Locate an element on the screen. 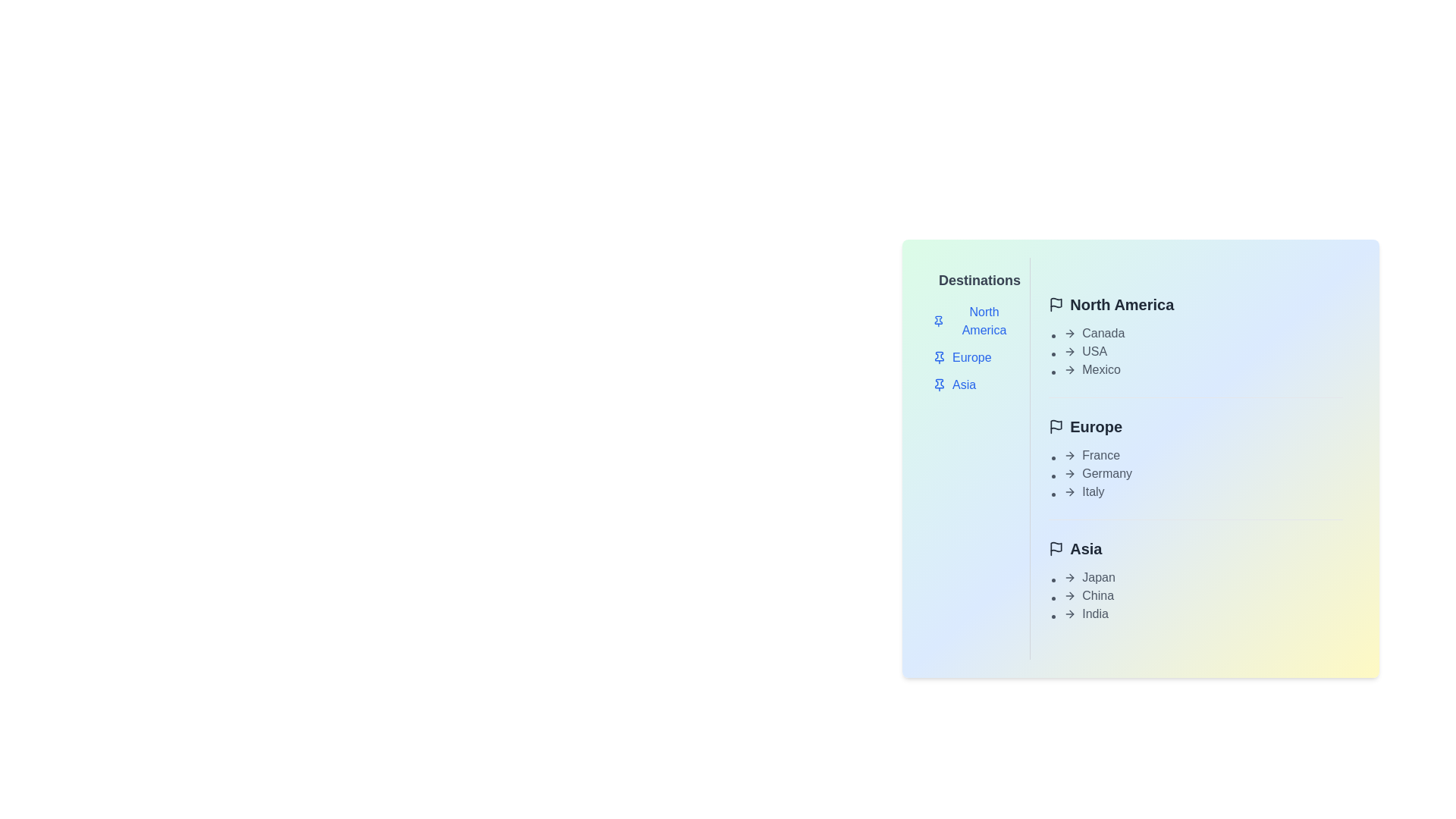 This screenshot has height=819, width=1456. the blue pin icon located to the left of the text 'Europe' in the vertically arranged list of destinations is located at coordinates (938, 357).